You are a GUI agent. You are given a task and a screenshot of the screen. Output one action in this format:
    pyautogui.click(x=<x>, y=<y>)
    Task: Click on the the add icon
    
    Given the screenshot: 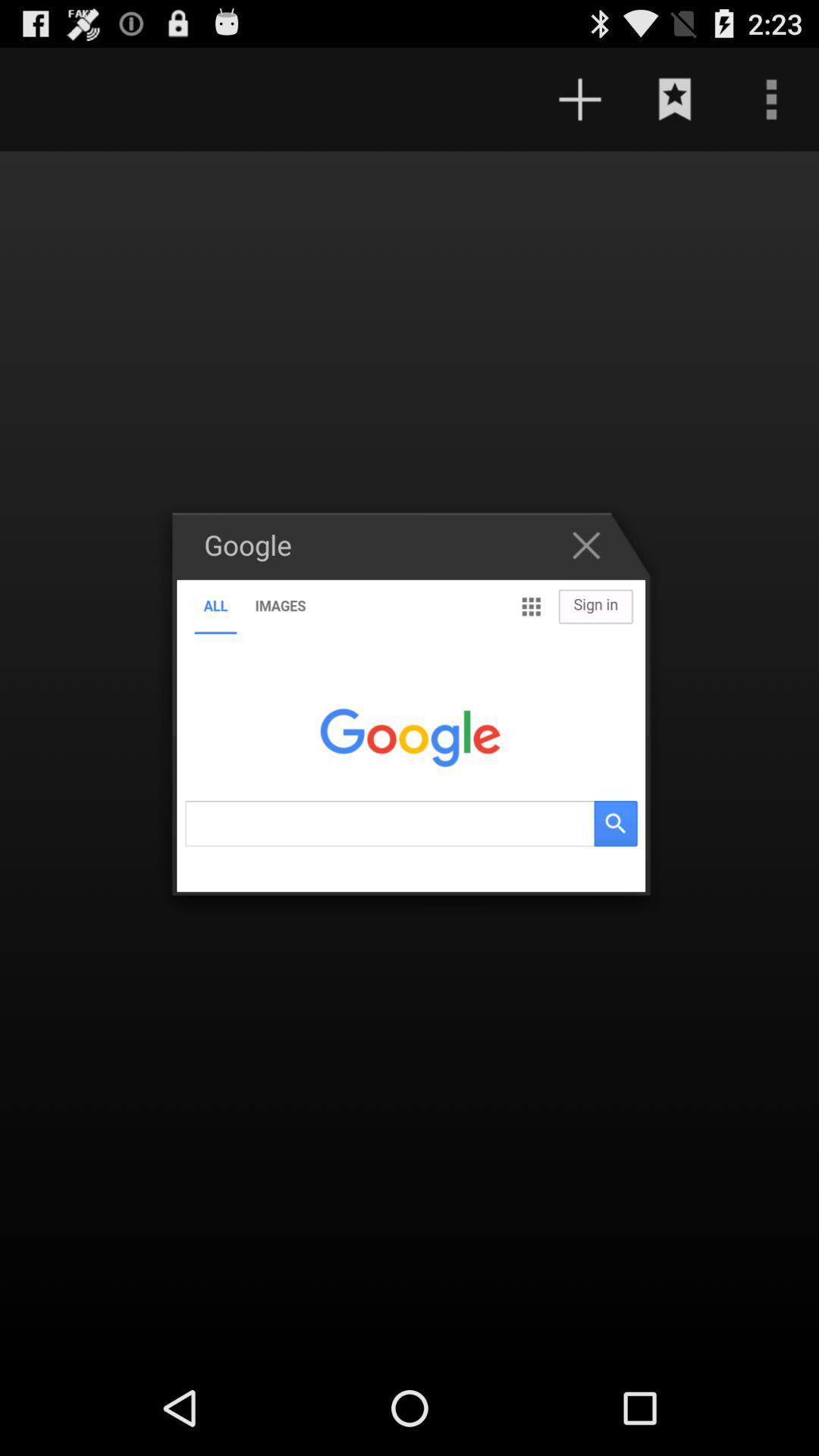 What is the action you would take?
    pyautogui.click(x=579, y=105)
    